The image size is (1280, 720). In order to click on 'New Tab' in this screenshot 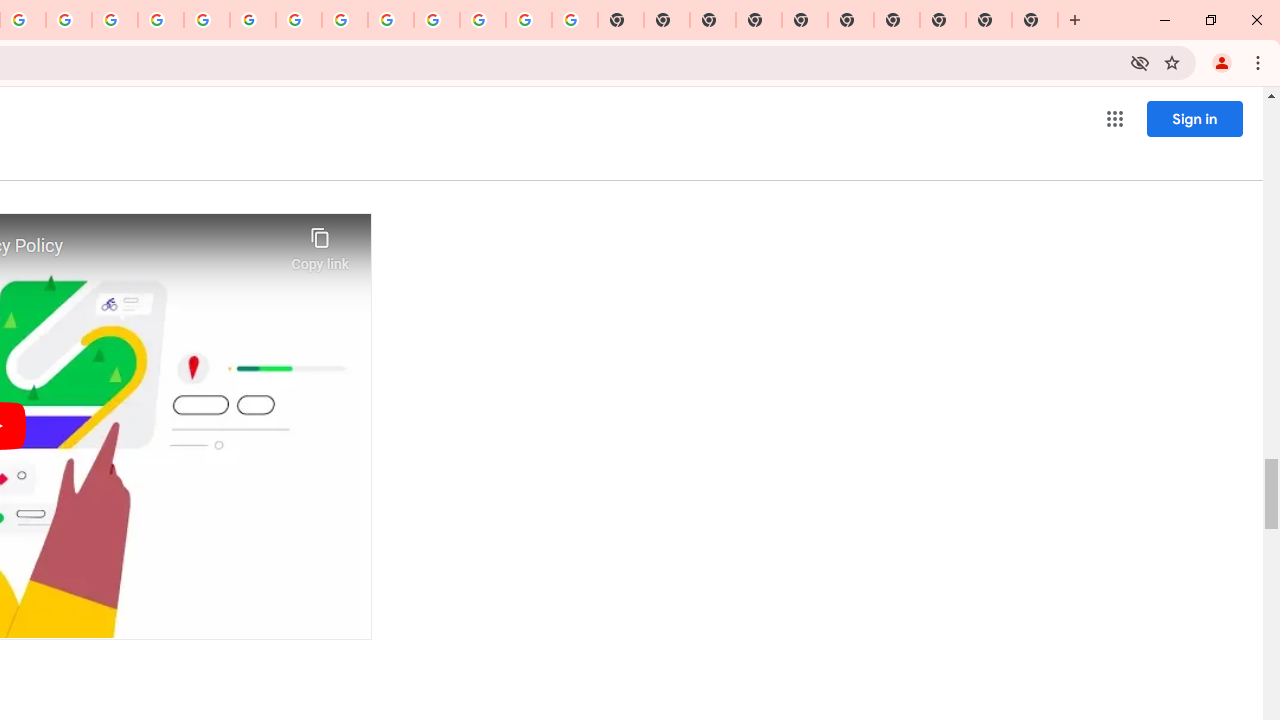, I will do `click(1035, 20)`.